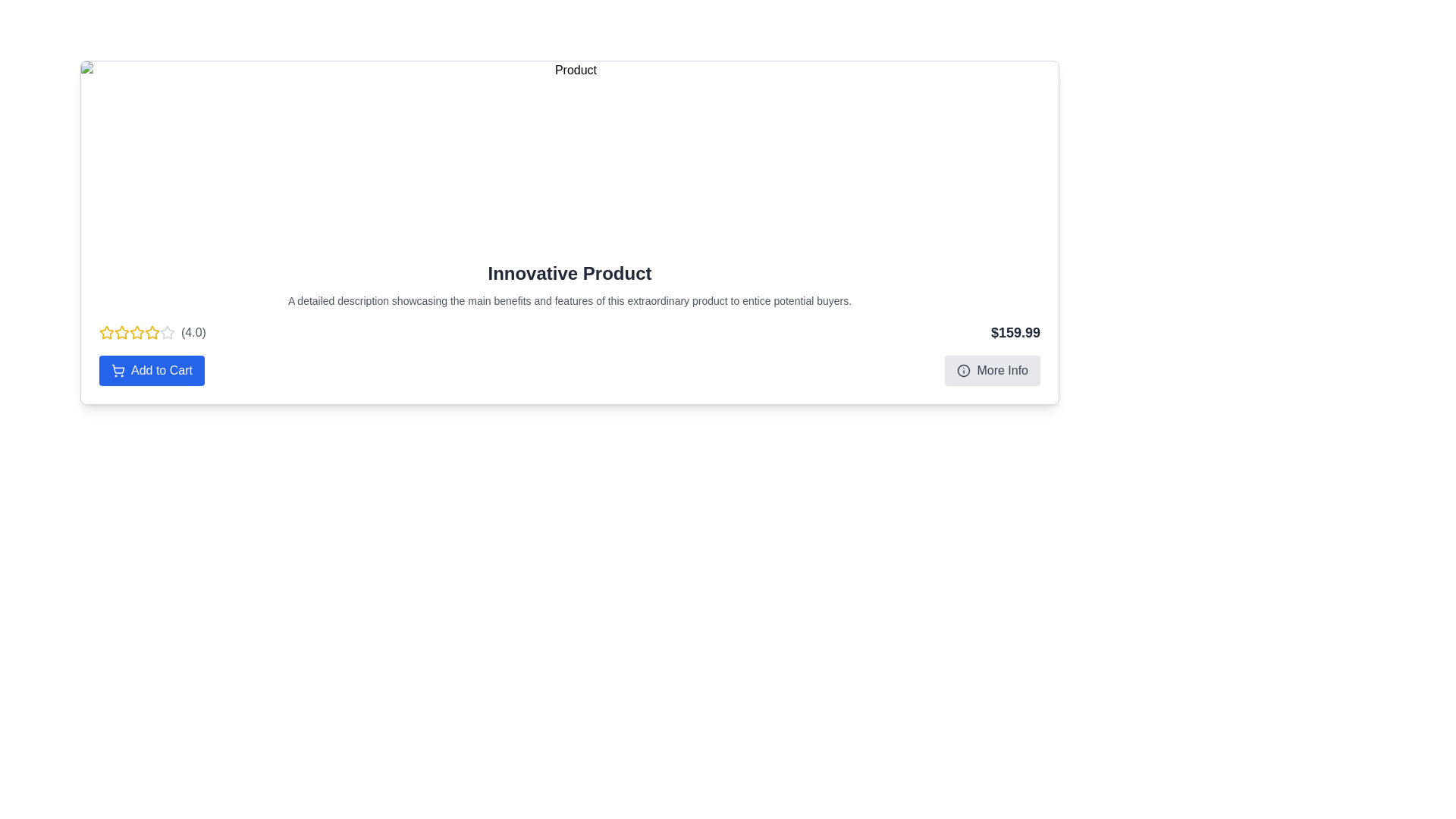 The height and width of the screenshot is (819, 1456). Describe the element at coordinates (193, 332) in the screenshot. I see `numerical rating value displayed on the Text Label located to the right of the yellow stars in the bottom-left section of the interface` at that location.